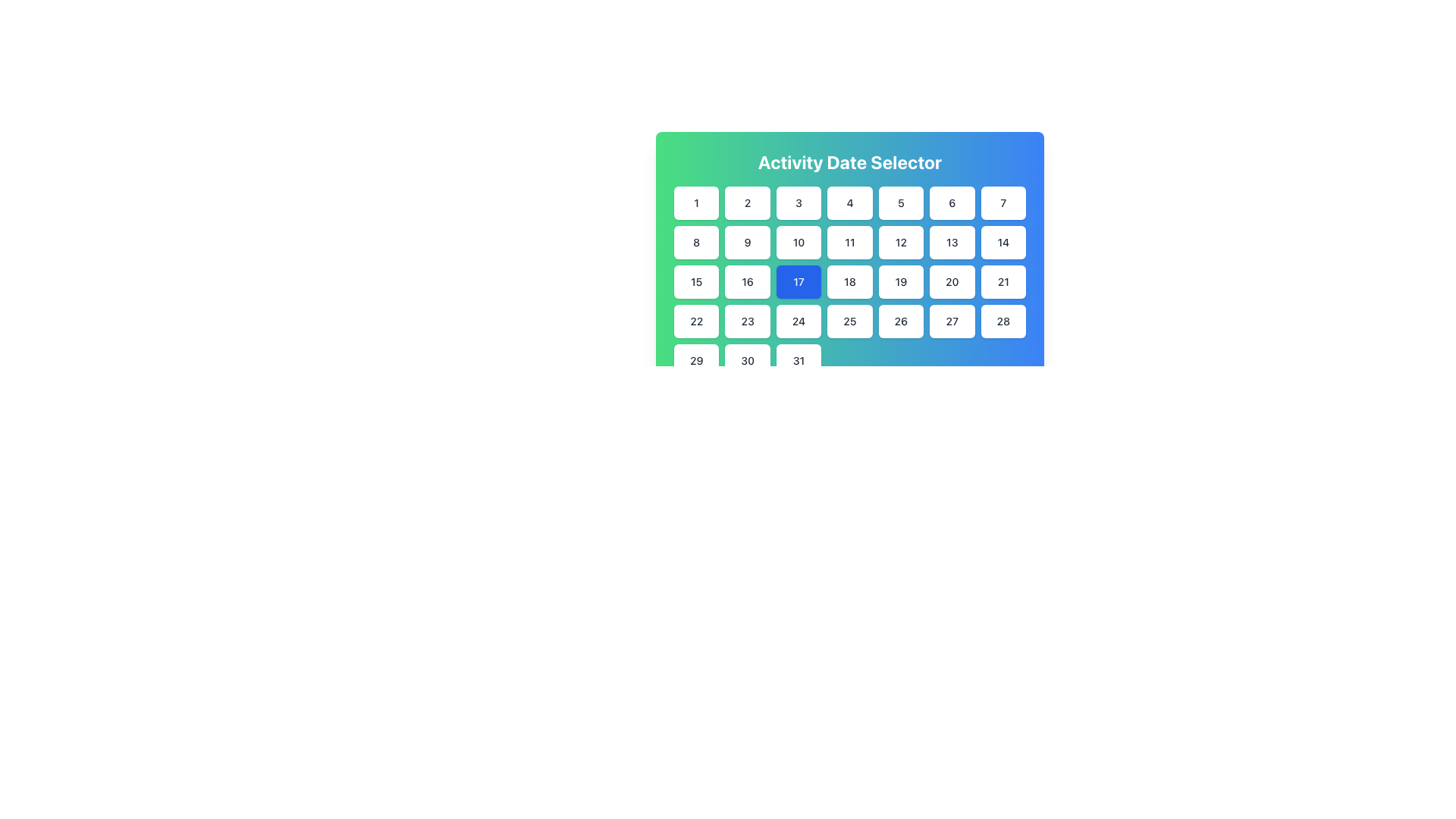 The height and width of the screenshot is (819, 1456). Describe the element at coordinates (798, 360) in the screenshot. I see `the button displaying the date '31', which is a rounded rectangle with a white background, located in the last row and last column of the grid layout` at that location.